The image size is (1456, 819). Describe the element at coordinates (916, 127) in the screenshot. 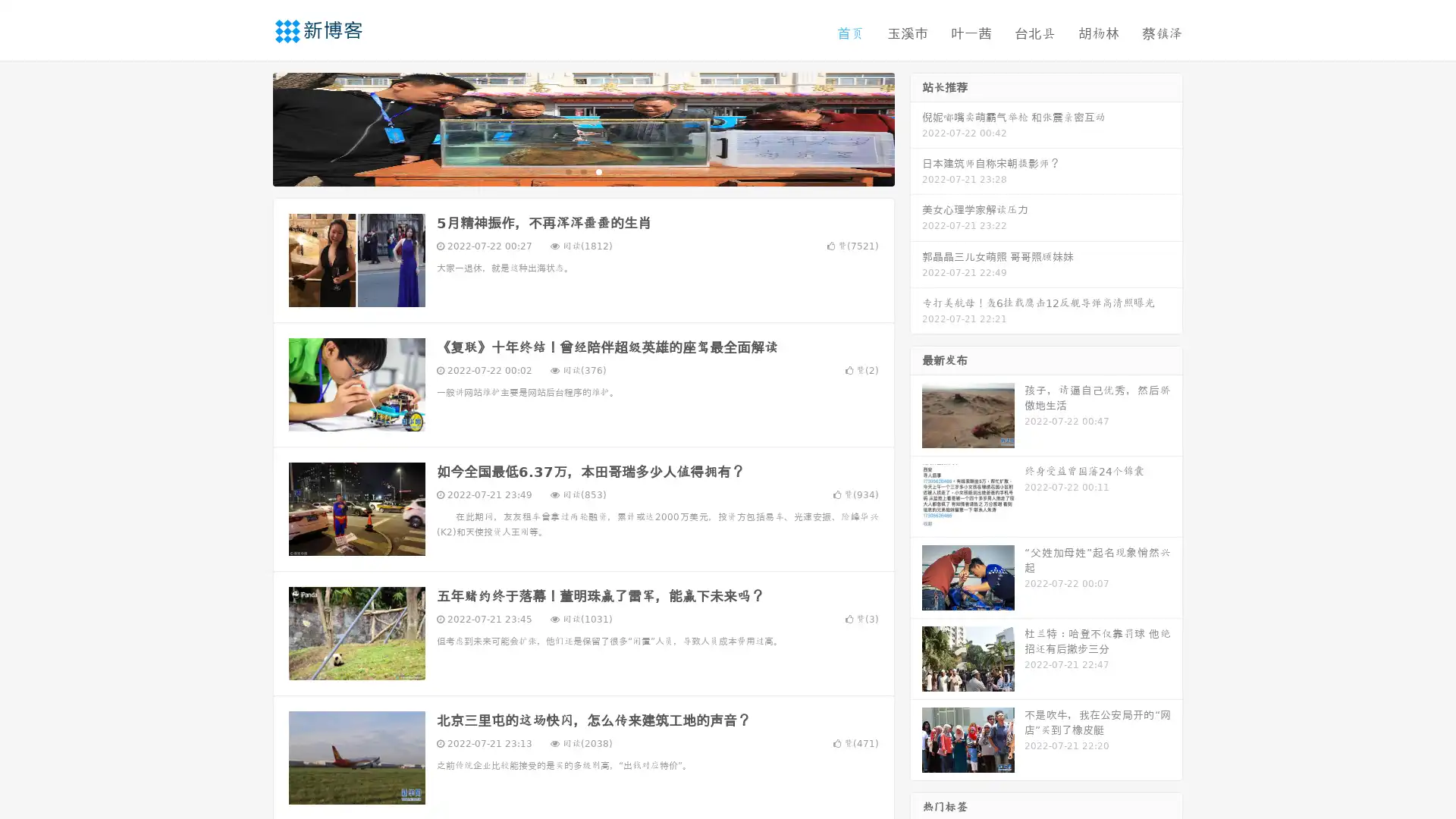

I see `Next slide` at that location.